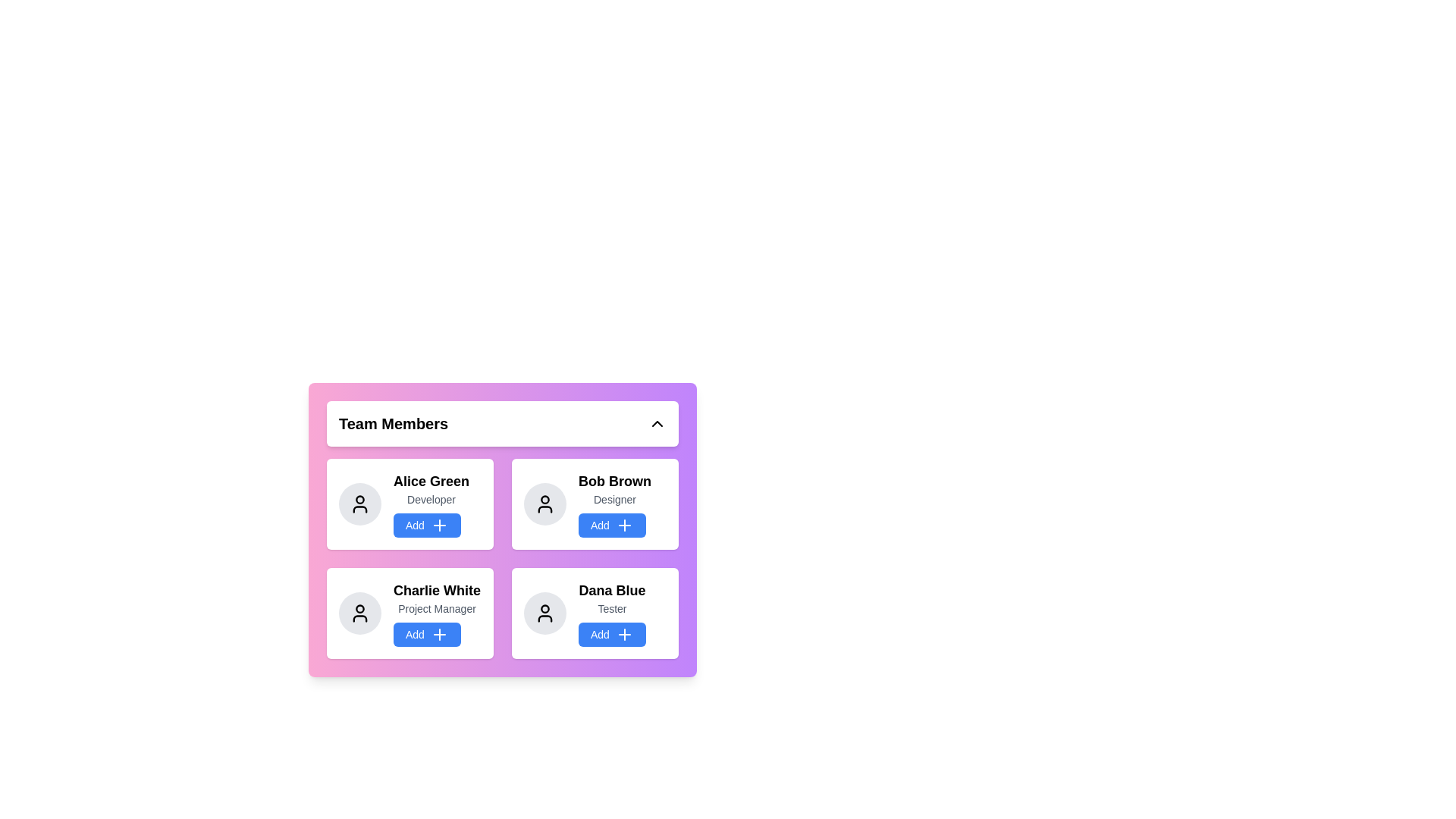 The width and height of the screenshot is (1456, 819). What do you see at coordinates (545, 613) in the screenshot?
I see `the circular icon representing the user silhouette for 'Dana Blue', positioned in the lower-right corner of the grid` at bounding box center [545, 613].